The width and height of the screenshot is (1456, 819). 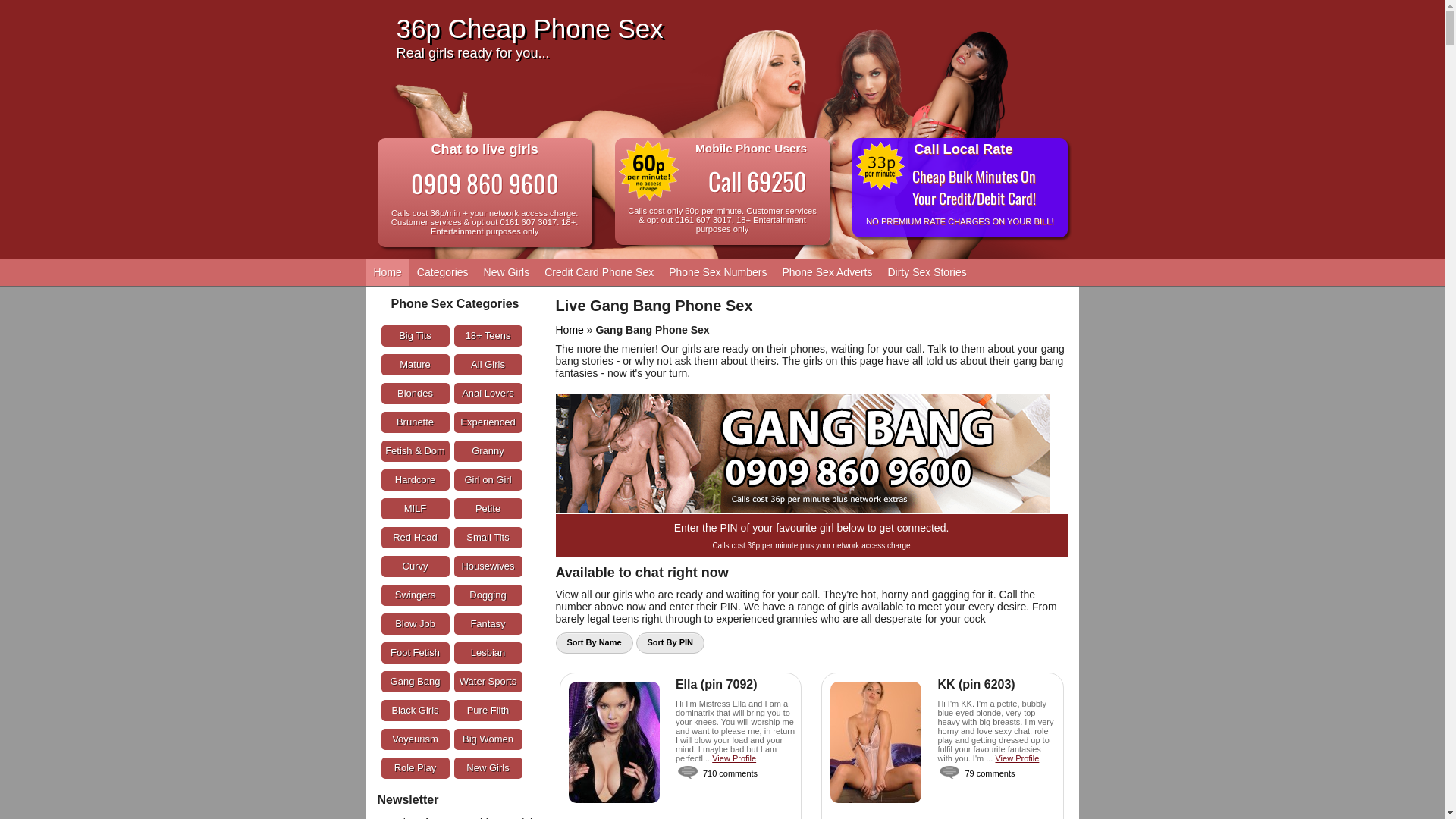 I want to click on 'Girl on Girl', so click(x=453, y=479).